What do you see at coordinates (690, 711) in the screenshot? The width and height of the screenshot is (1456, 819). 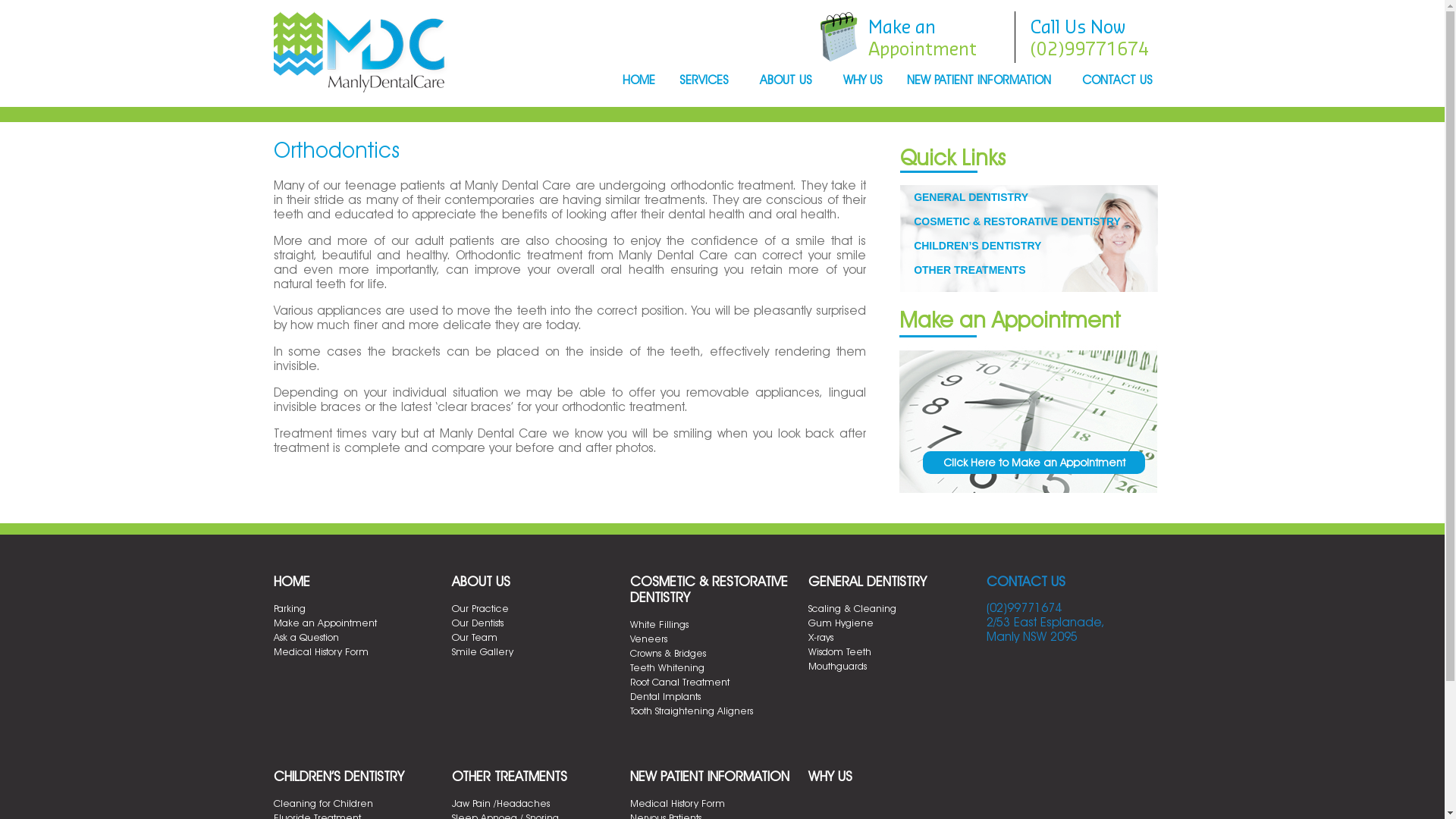 I see `'Tooth Straightening Aligners'` at bounding box center [690, 711].